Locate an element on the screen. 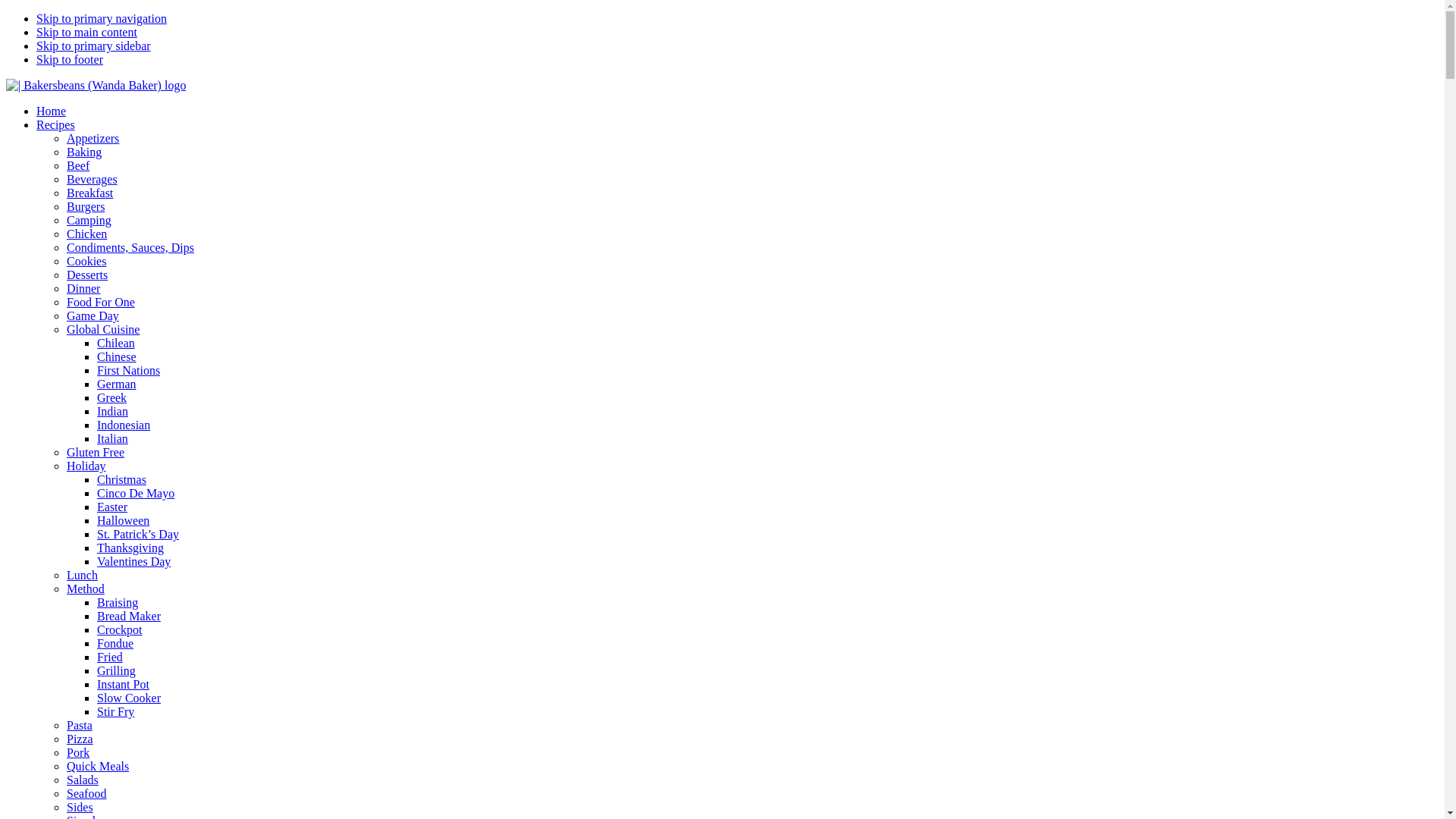 Image resolution: width=1456 pixels, height=819 pixels. 'Salads' is located at coordinates (82, 780).